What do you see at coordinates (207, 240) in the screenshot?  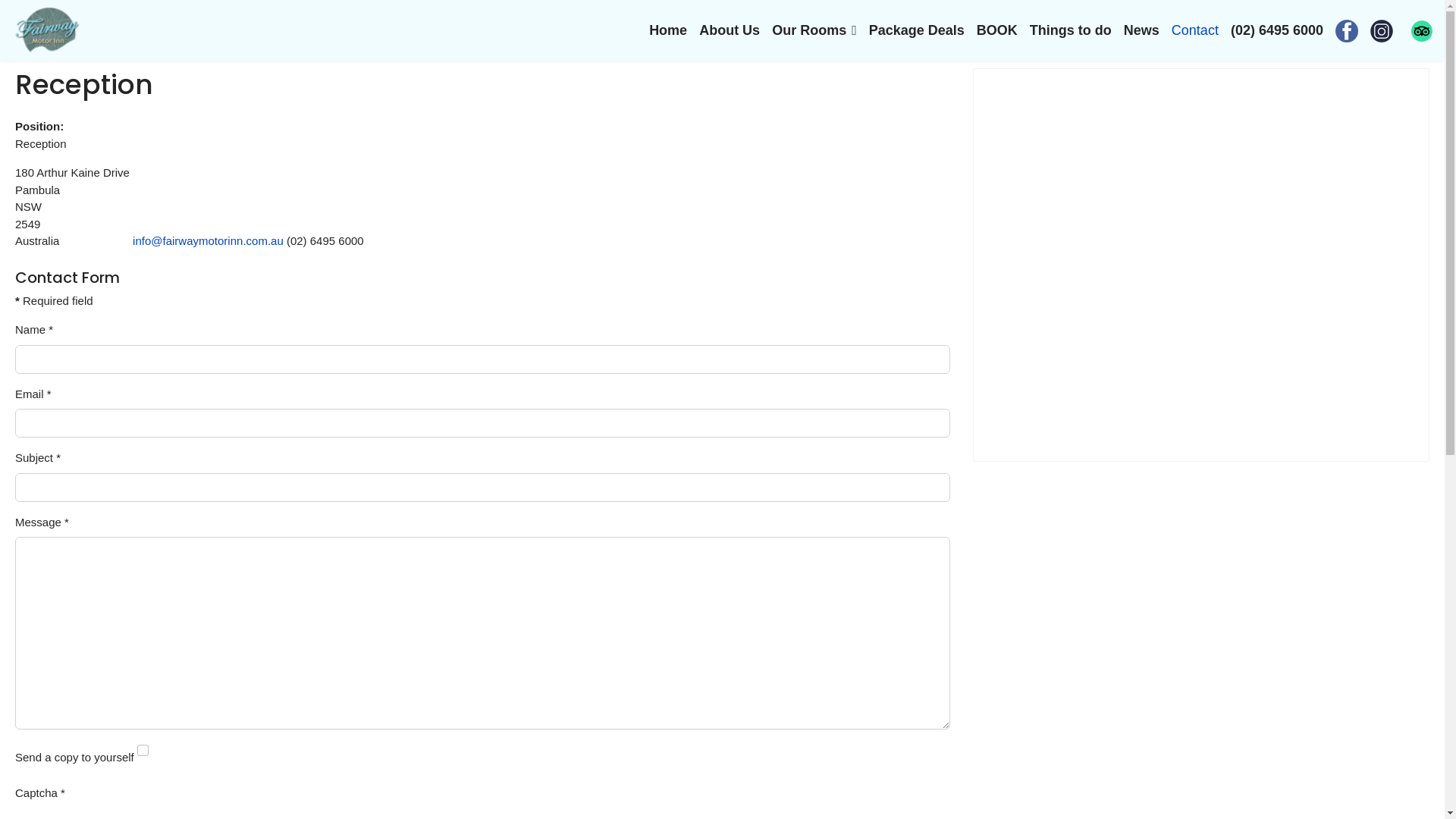 I see `'info@fairwaymotorinn.com.au'` at bounding box center [207, 240].